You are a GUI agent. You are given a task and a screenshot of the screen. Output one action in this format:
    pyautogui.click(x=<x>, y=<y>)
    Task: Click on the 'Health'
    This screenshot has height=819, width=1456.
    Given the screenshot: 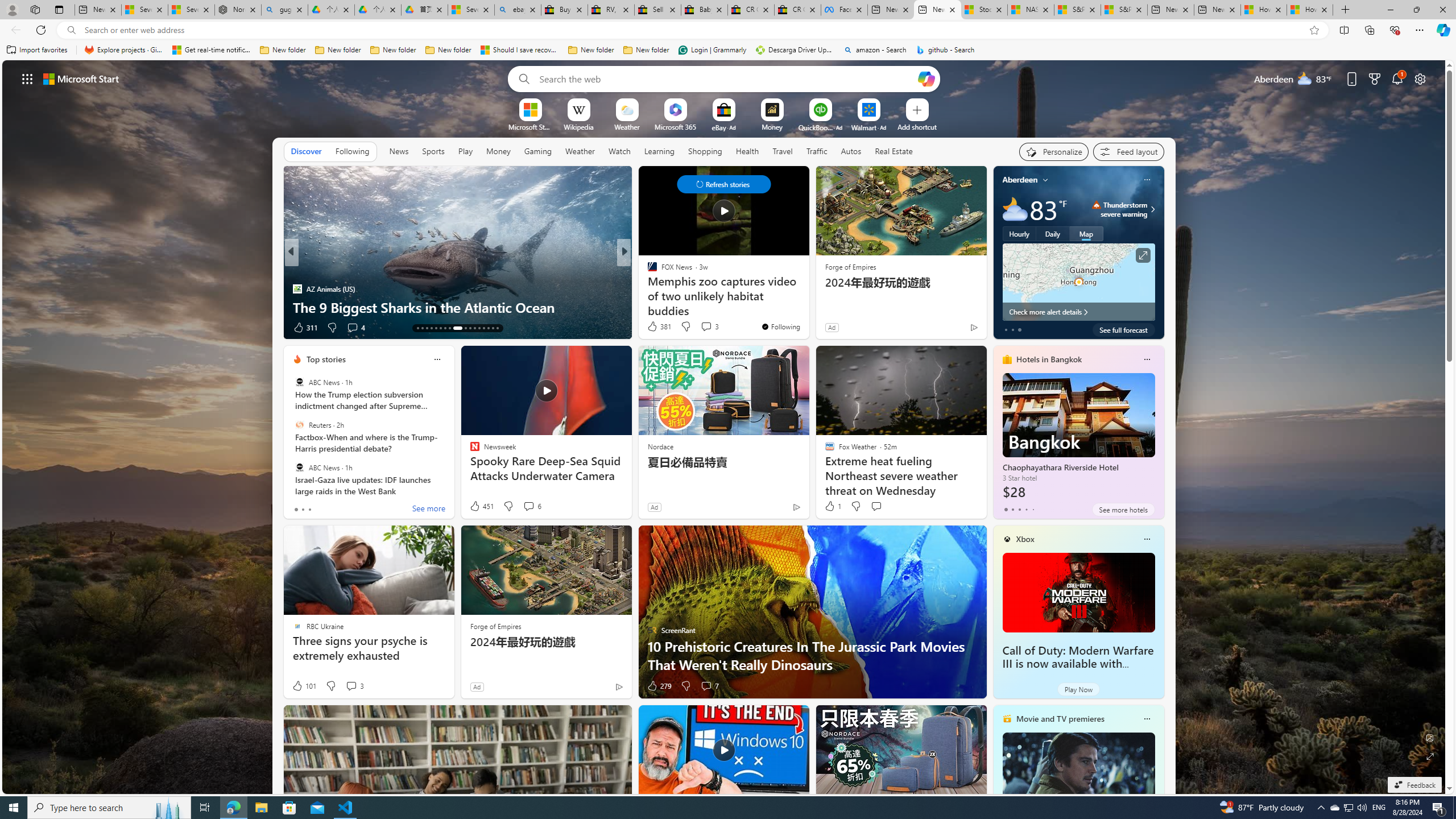 What is the action you would take?
    pyautogui.click(x=746, y=151)
    